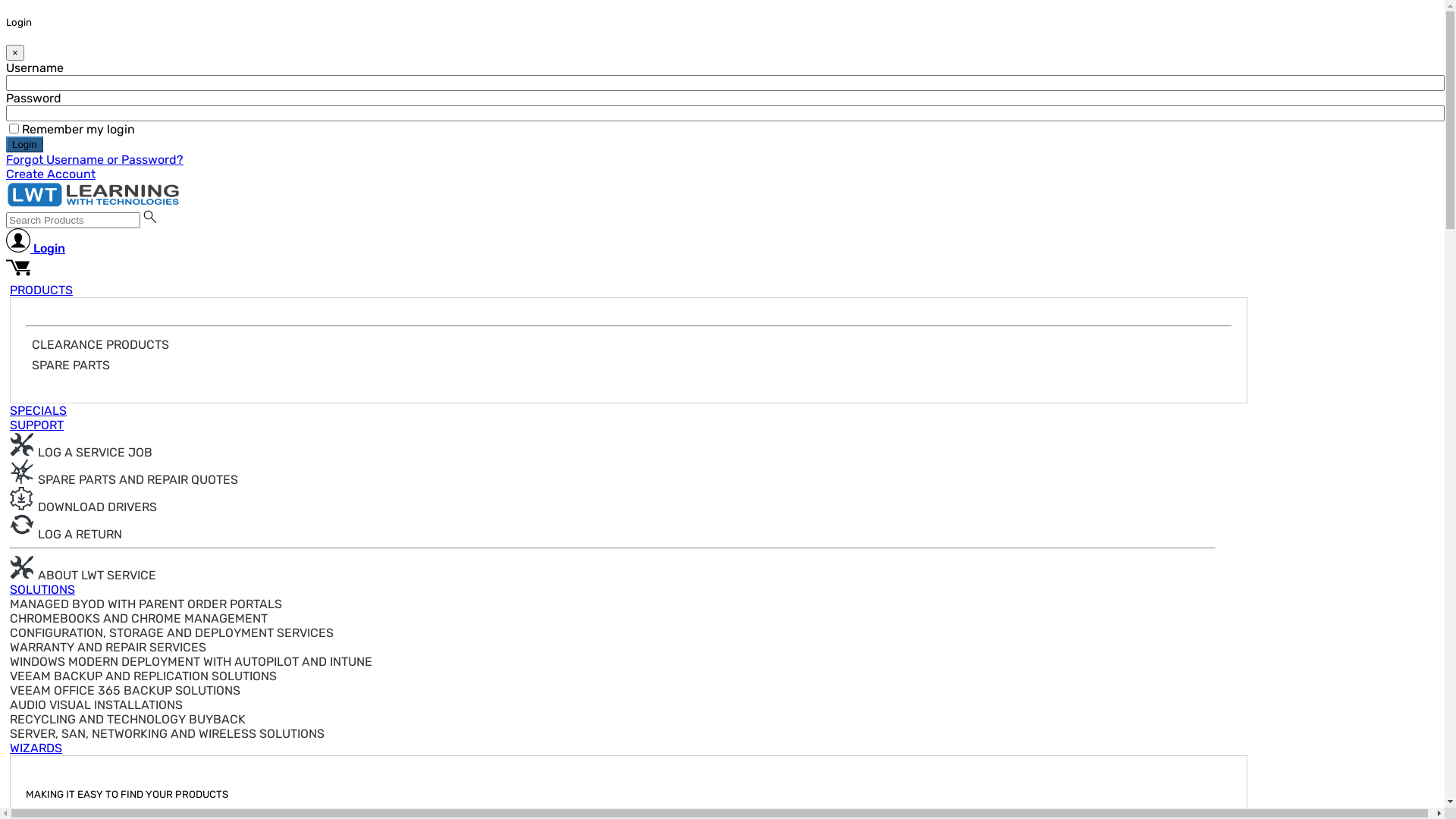 The height and width of the screenshot is (819, 1456). I want to click on 'SUPPORT', so click(10, 425).